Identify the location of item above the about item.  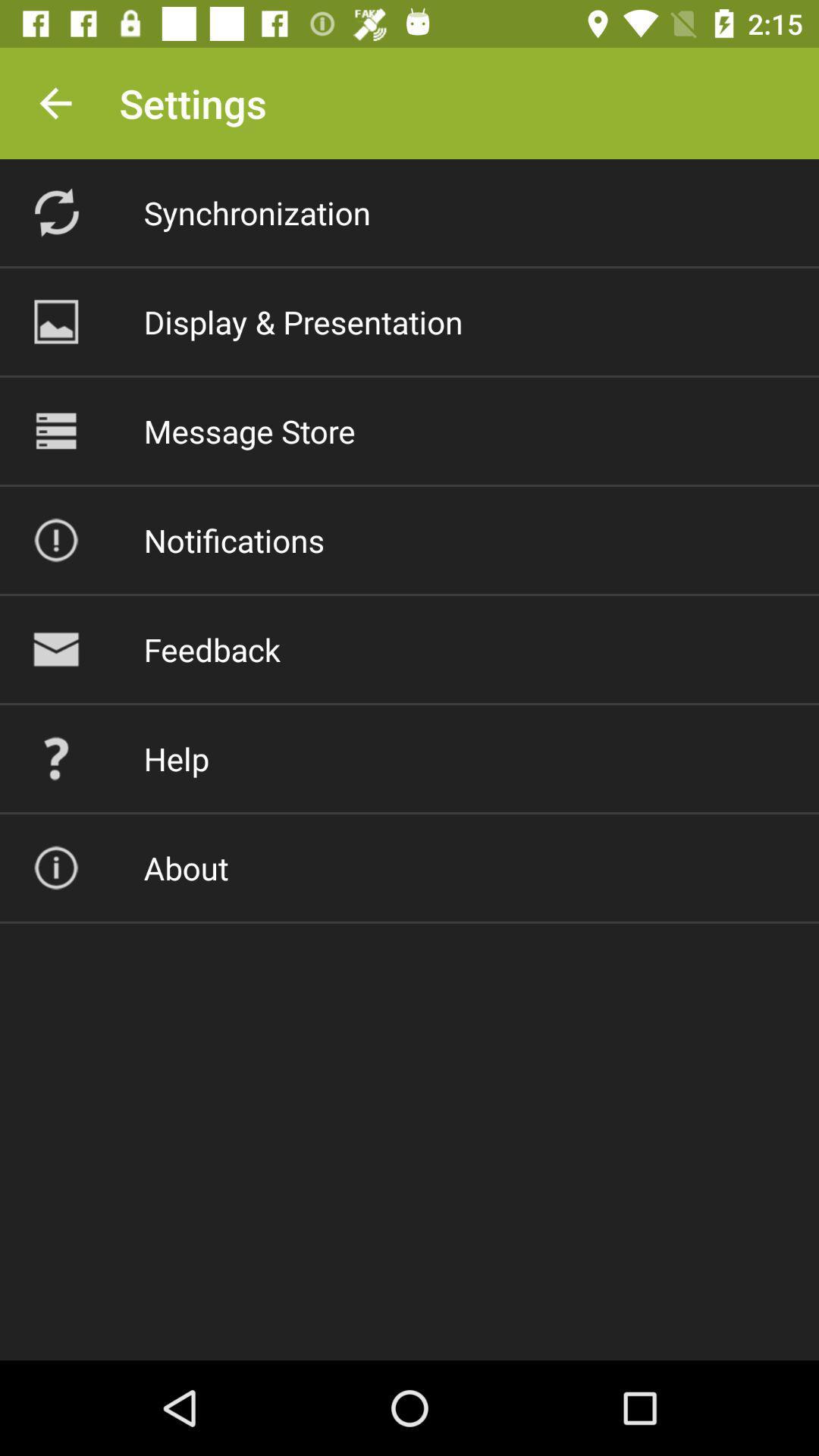
(175, 758).